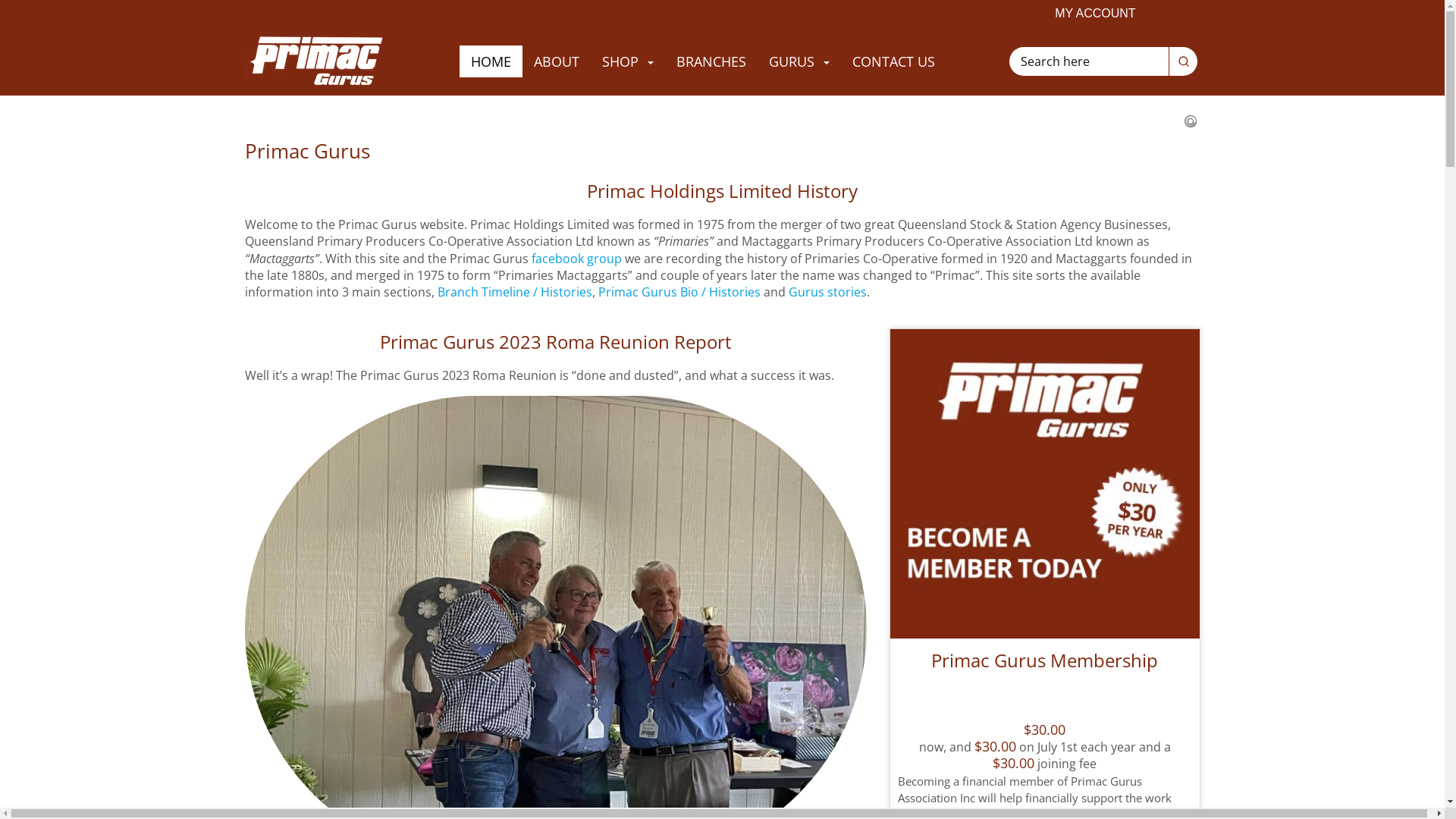 The image size is (1456, 819). What do you see at coordinates (665, 61) in the screenshot?
I see `'BRANCHES'` at bounding box center [665, 61].